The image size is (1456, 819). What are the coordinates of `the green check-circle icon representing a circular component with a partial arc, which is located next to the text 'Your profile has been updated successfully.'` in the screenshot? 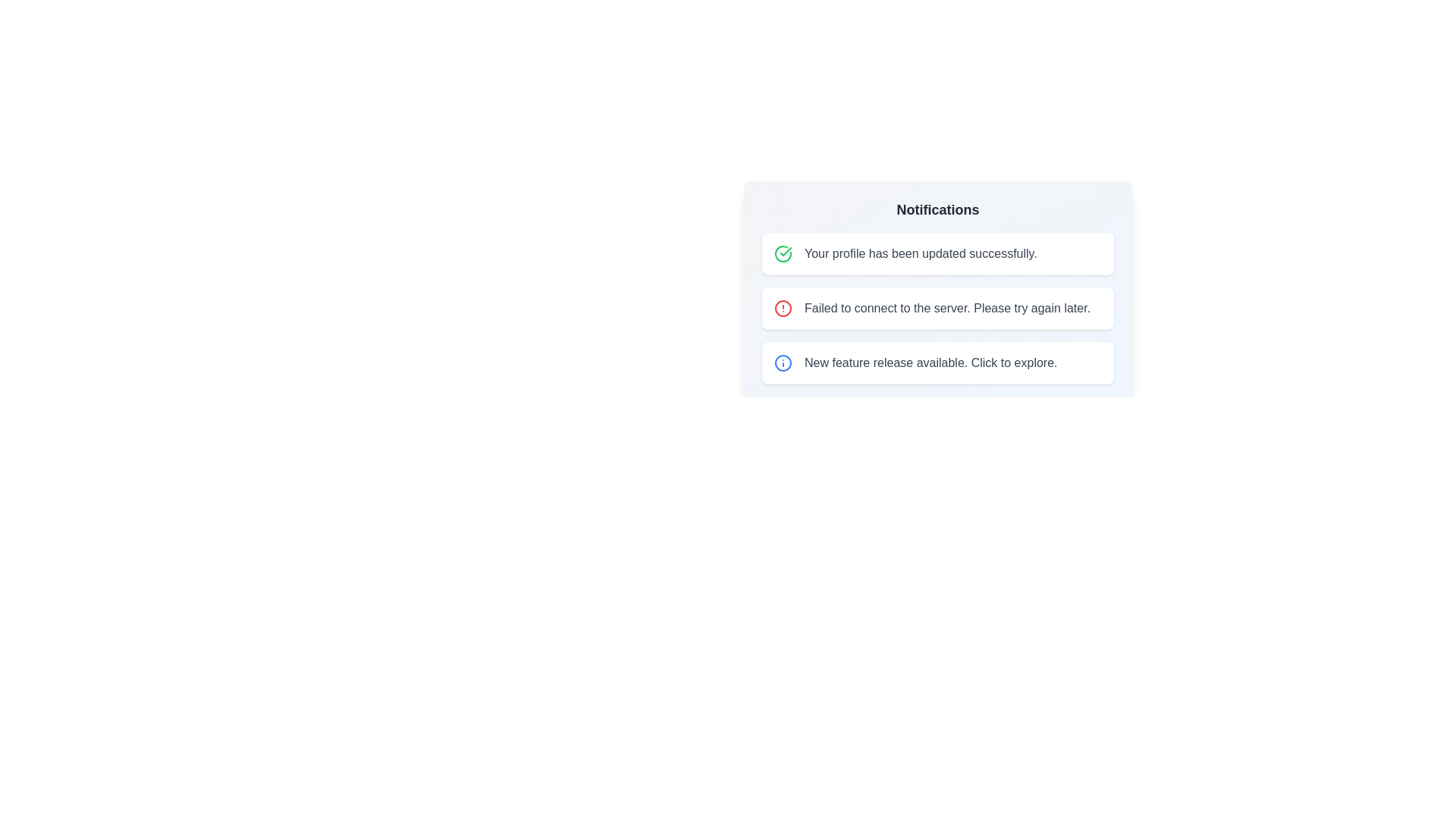 It's located at (783, 253).